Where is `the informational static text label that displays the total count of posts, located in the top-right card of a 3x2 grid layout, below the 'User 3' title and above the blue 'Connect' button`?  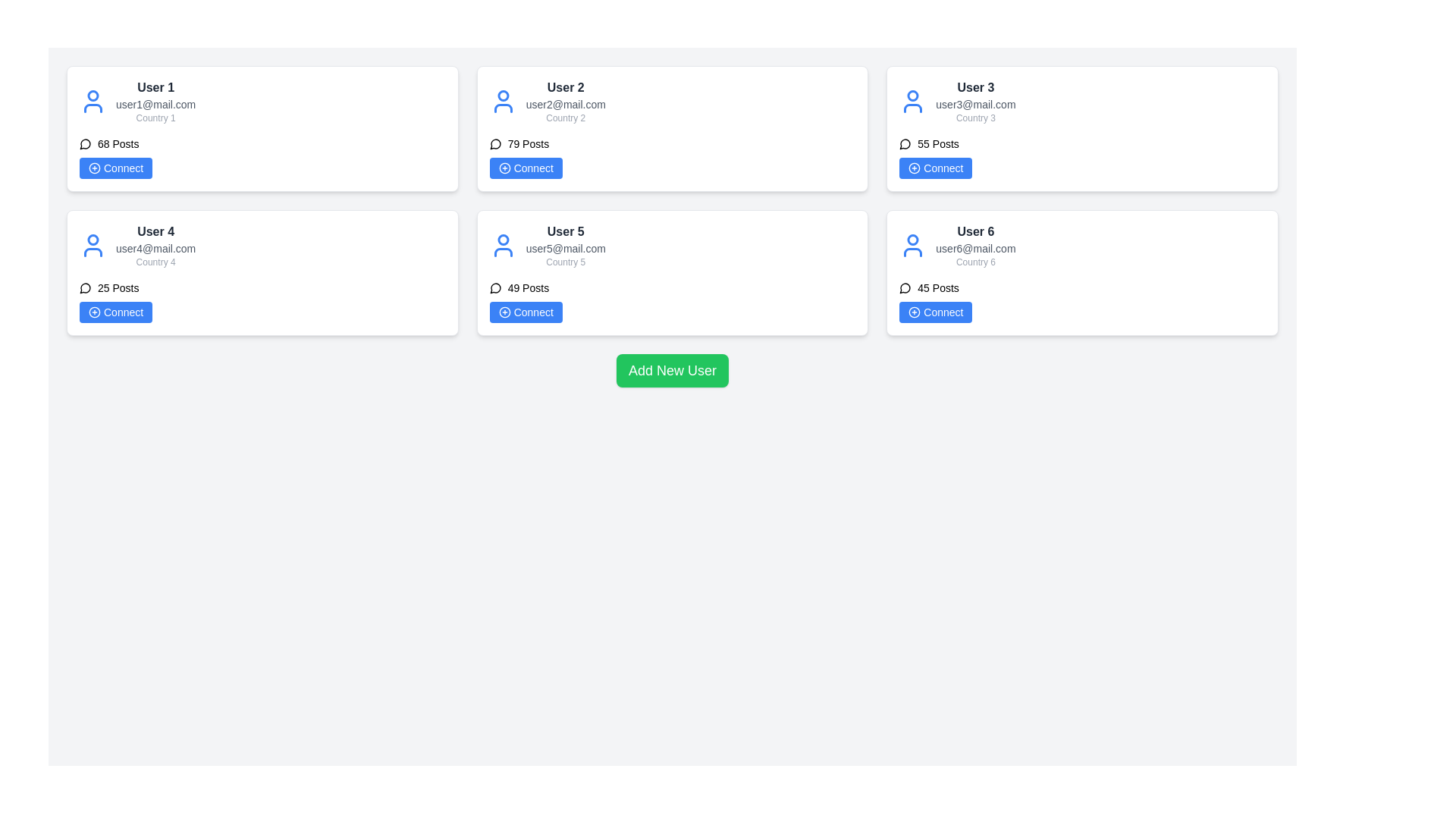 the informational static text label that displays the total count of posts, located in the top-right card of a 3x2 grid layout, below the 'User 3' title and above the blue 'Connect' button is located at coordinates (937, 143).